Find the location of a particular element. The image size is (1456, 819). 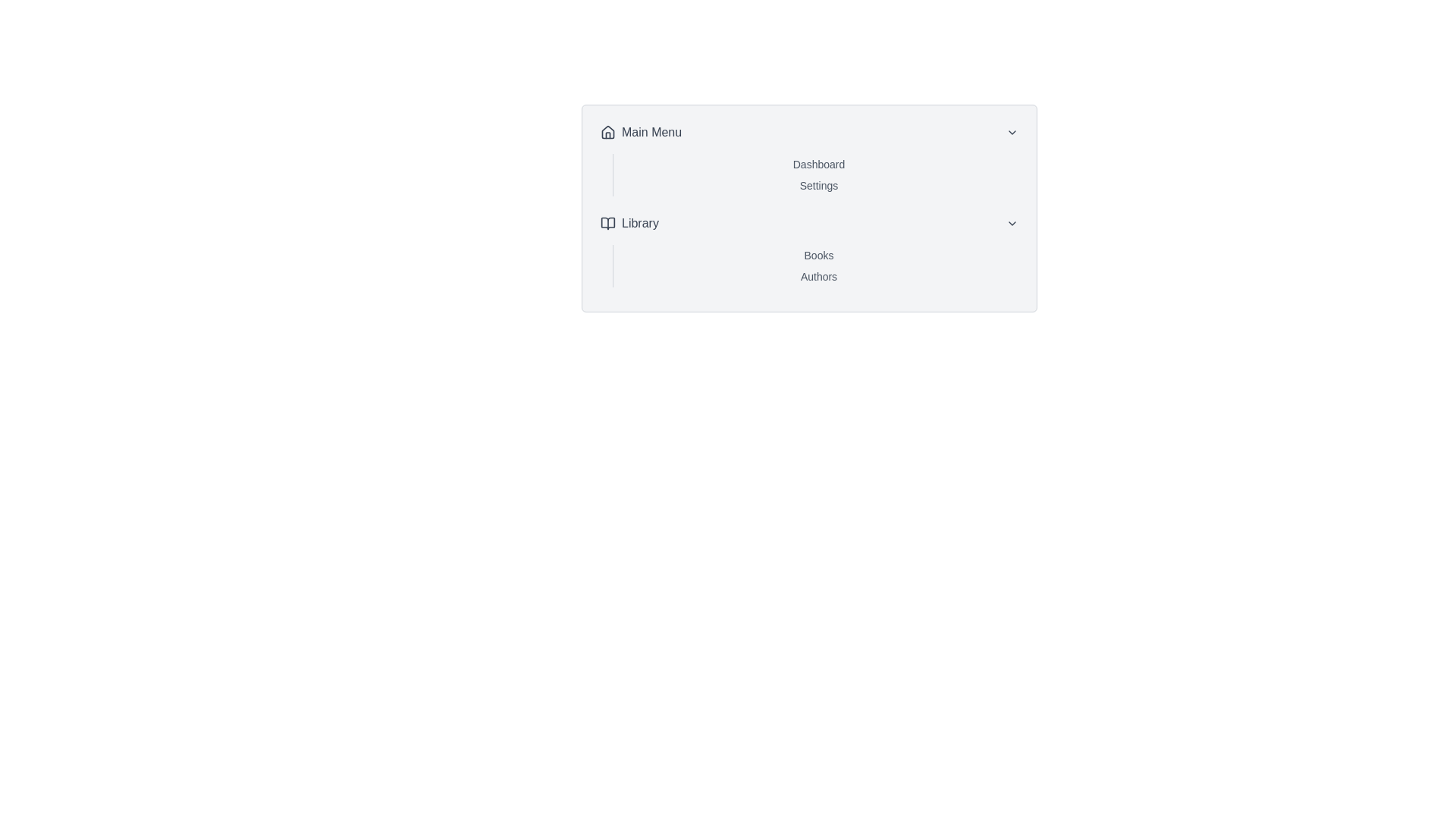

the decorative icon representing the 'Main Menu' section located in the upper-left corner of the menu box next to the text 'Main Menu' is located at coordinates (607, 130).